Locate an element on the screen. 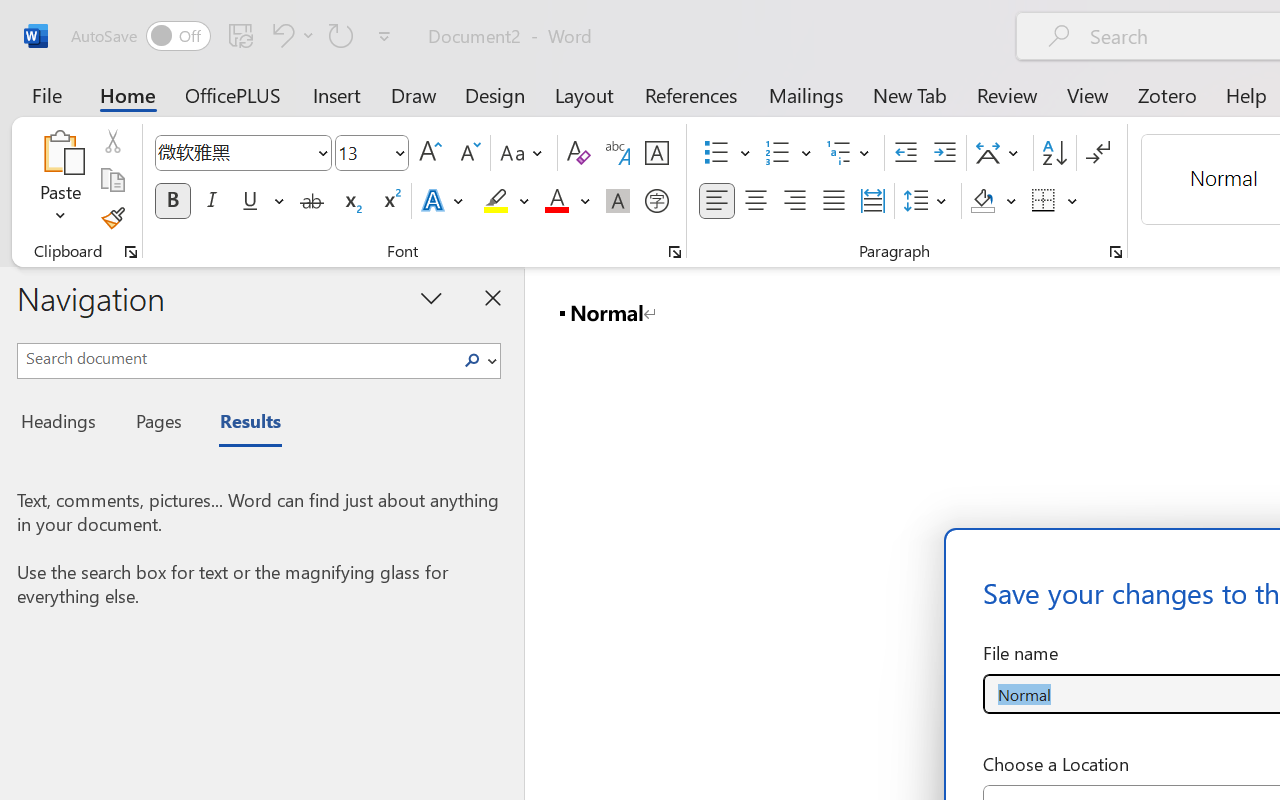 This screenshot has width=1280, height=800. 'Font...' is located at coordinates (675, 251).